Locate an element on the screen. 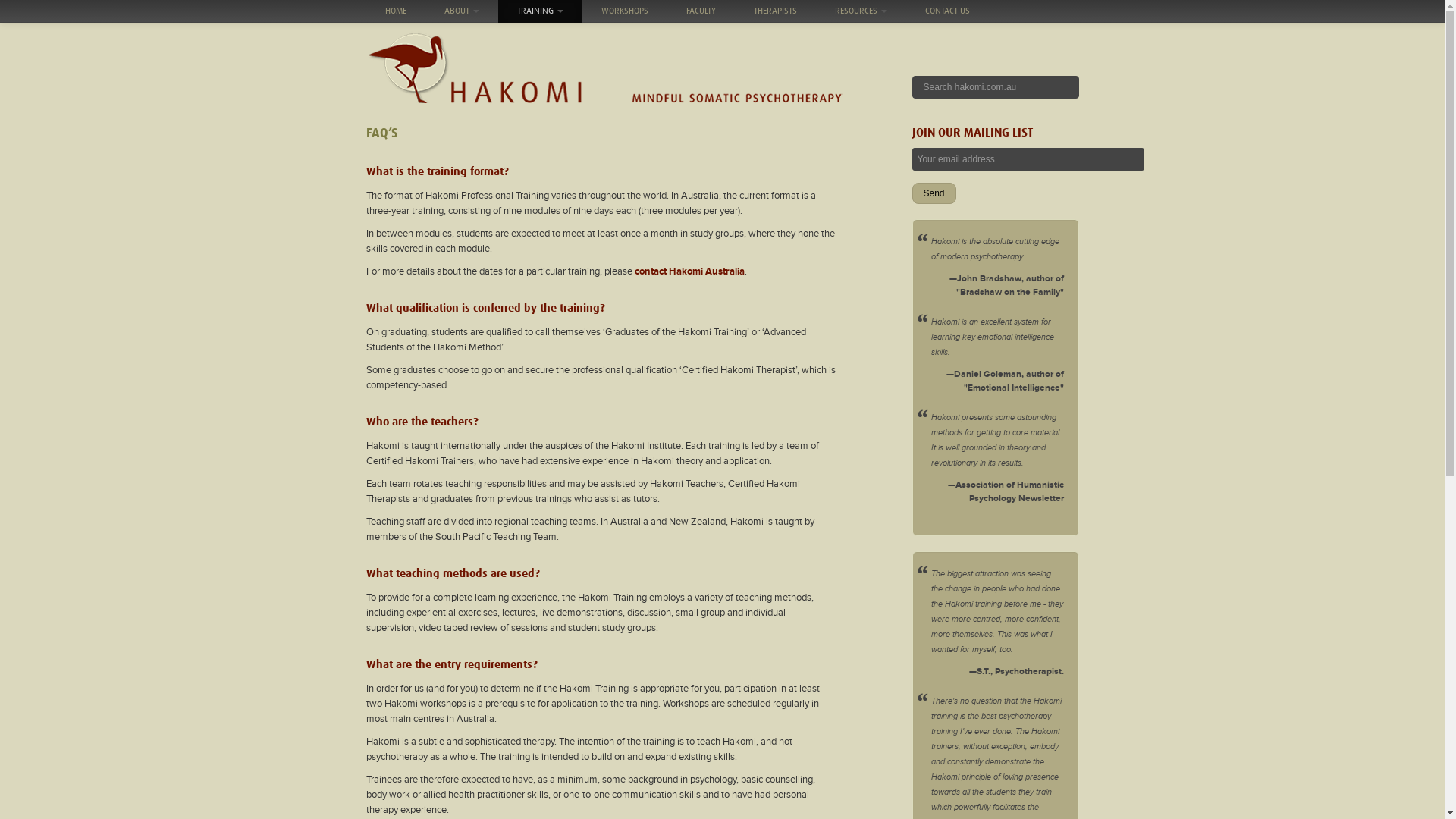 The height and width of the screenshot is (819, 1456). 'CONTACT US' is located at coordinates (905, 11).